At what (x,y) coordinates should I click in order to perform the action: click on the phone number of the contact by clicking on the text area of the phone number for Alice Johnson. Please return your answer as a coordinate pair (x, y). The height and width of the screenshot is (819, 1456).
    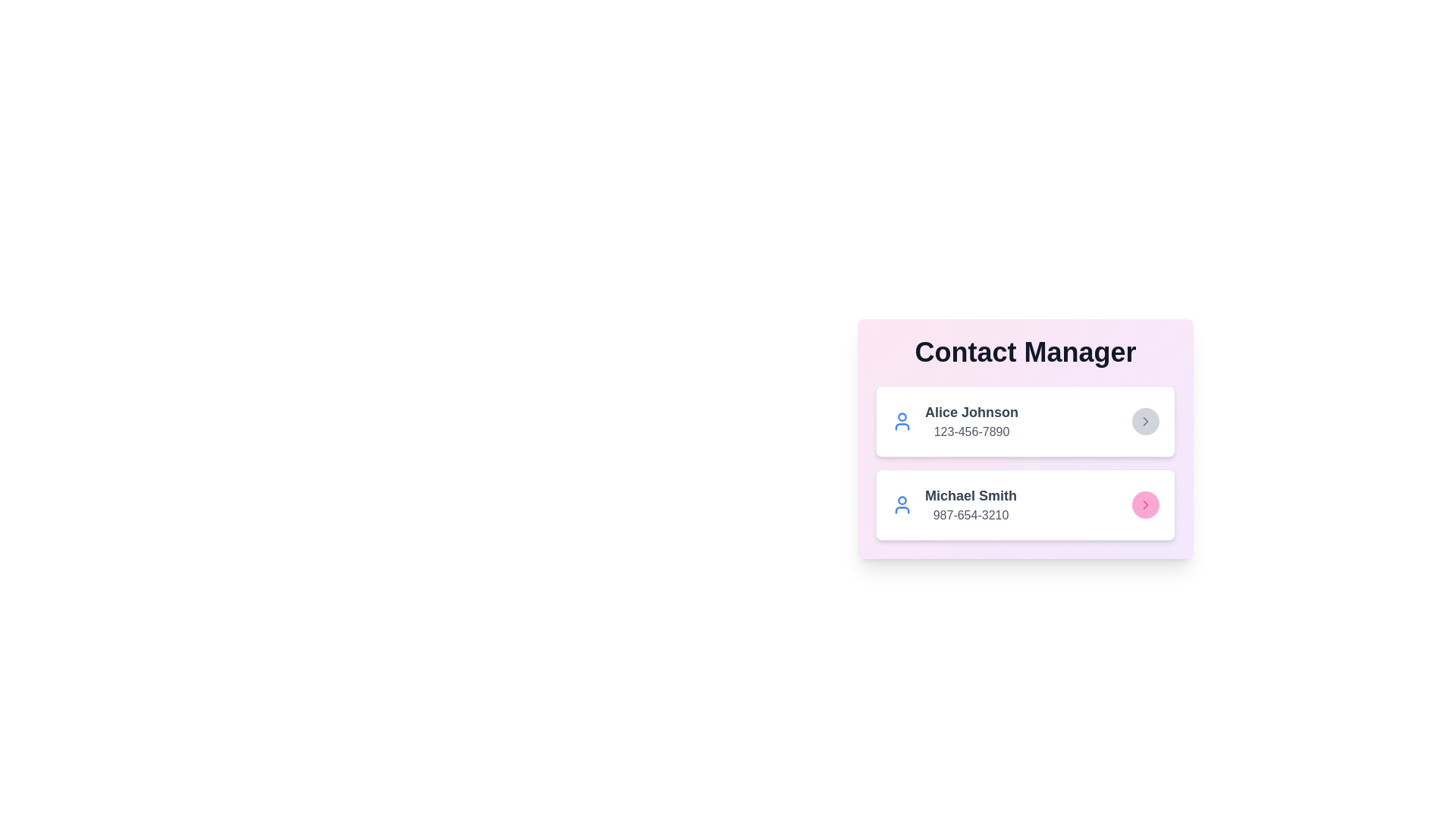
    Looking at the image, I should click on (971, 432).